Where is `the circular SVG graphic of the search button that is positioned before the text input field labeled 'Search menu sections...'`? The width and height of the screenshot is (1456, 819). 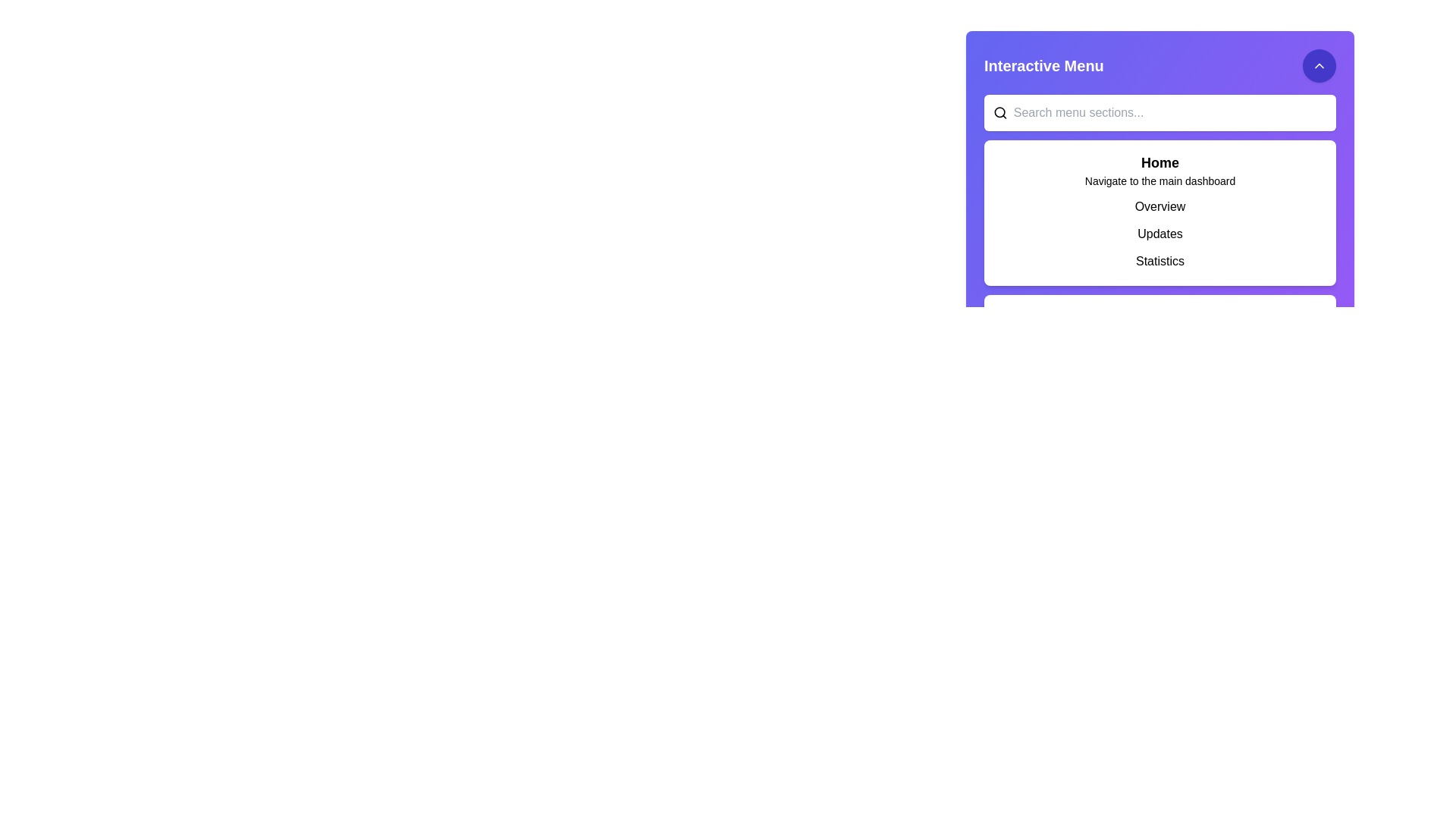
the circular SVG graphic of the search button that is positioned before the text input field labeled 'Search menu sections...' is located at coordinates (999, 111).